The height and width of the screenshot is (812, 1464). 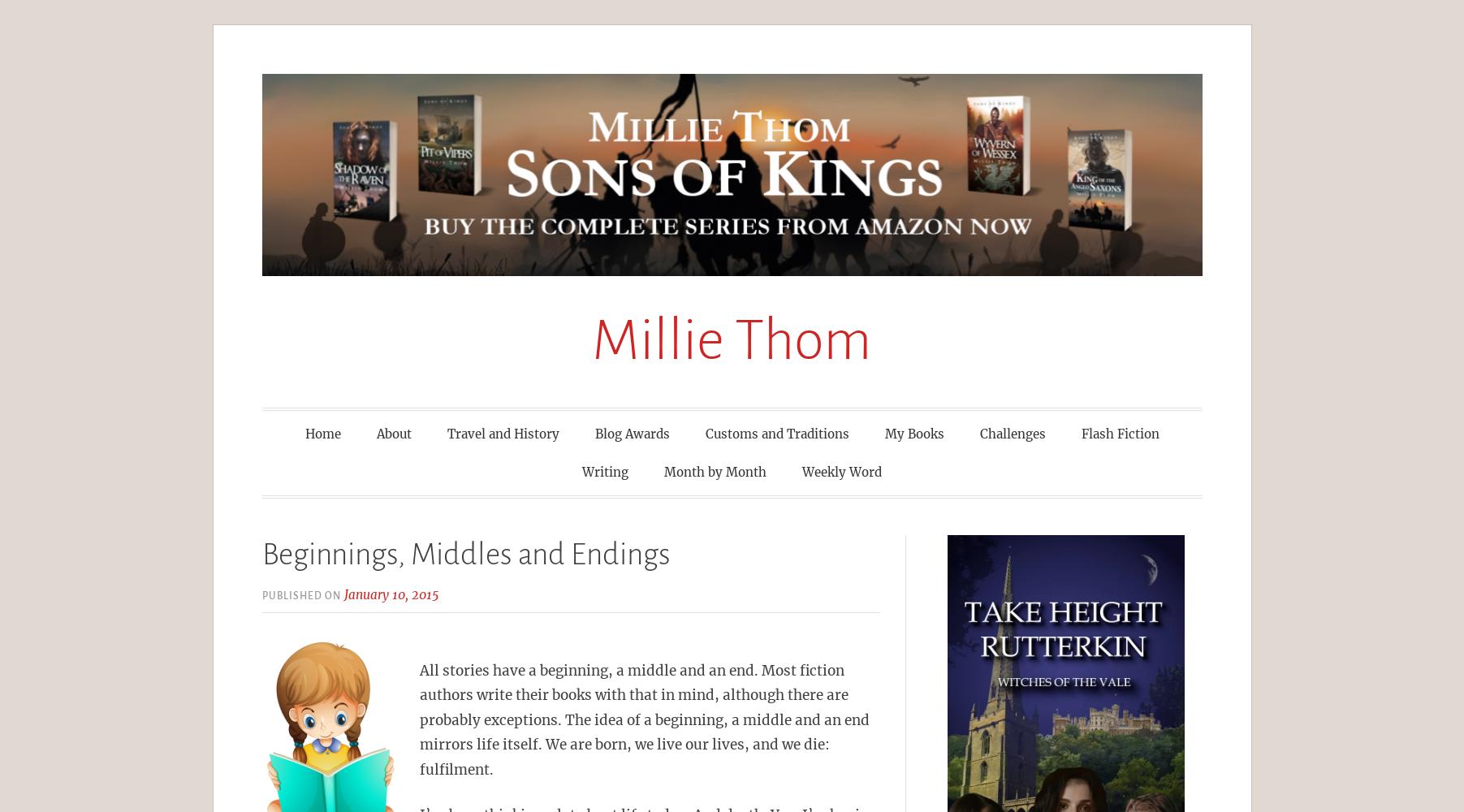 What do you see at coordinates (322, 433) in the screenshot?
I see `'Home'` at bounding box center [322, 433].